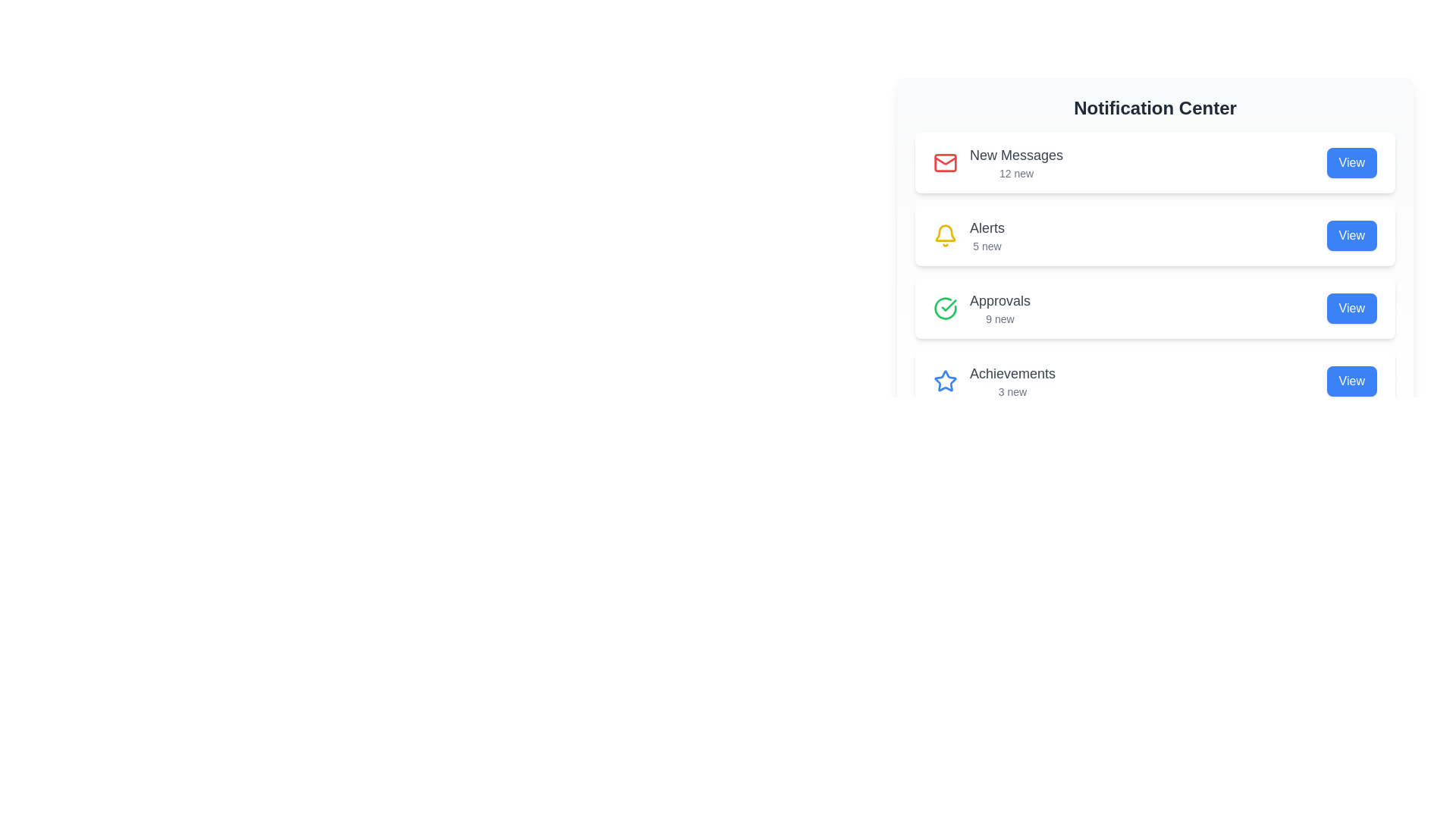  I want to click on informational text displaying 'Achievements' with the subtext '3 new' notifications, located in the Notification Center below the 'Approvals' item, so click(1012, 380).